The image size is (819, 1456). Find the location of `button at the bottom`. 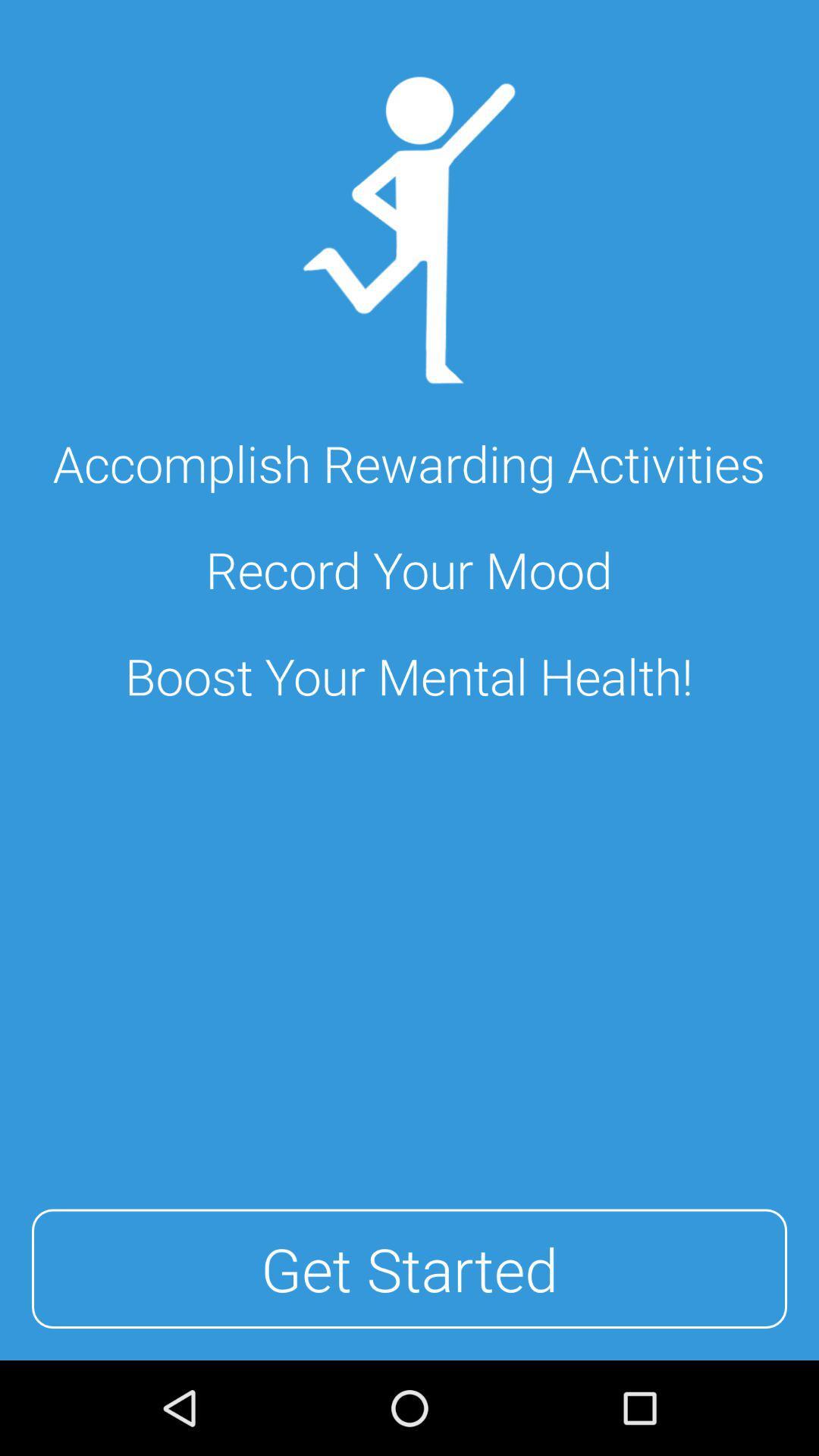

button at the bottom is located at coordinates (409, 1269).